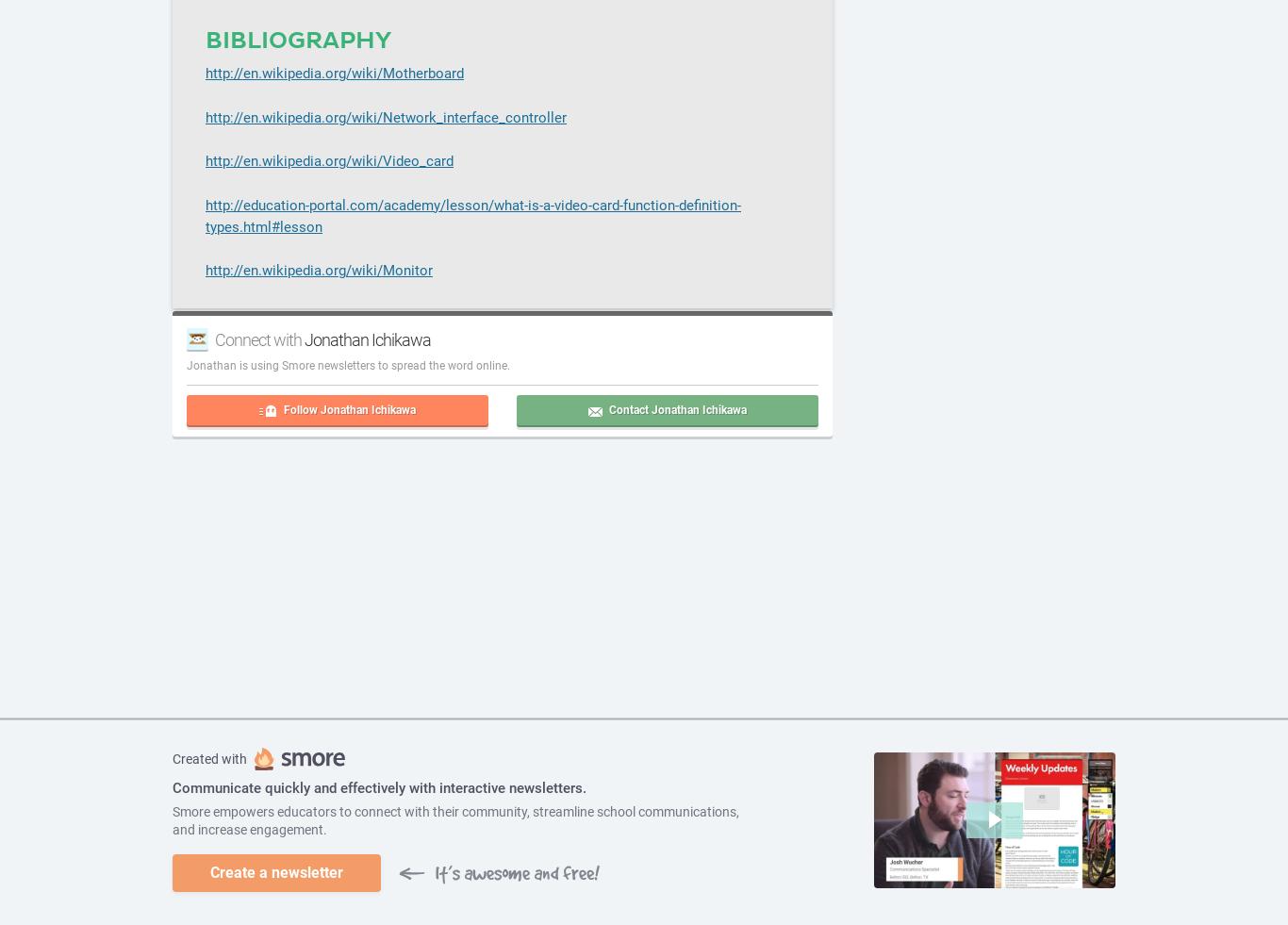 This screenshot has height=925, width=1288. What do you see at coordinates (349, 407) in the screenshot?
I see `'Follow Jonathan Ichikawa'` at bounding box center [349, 407].